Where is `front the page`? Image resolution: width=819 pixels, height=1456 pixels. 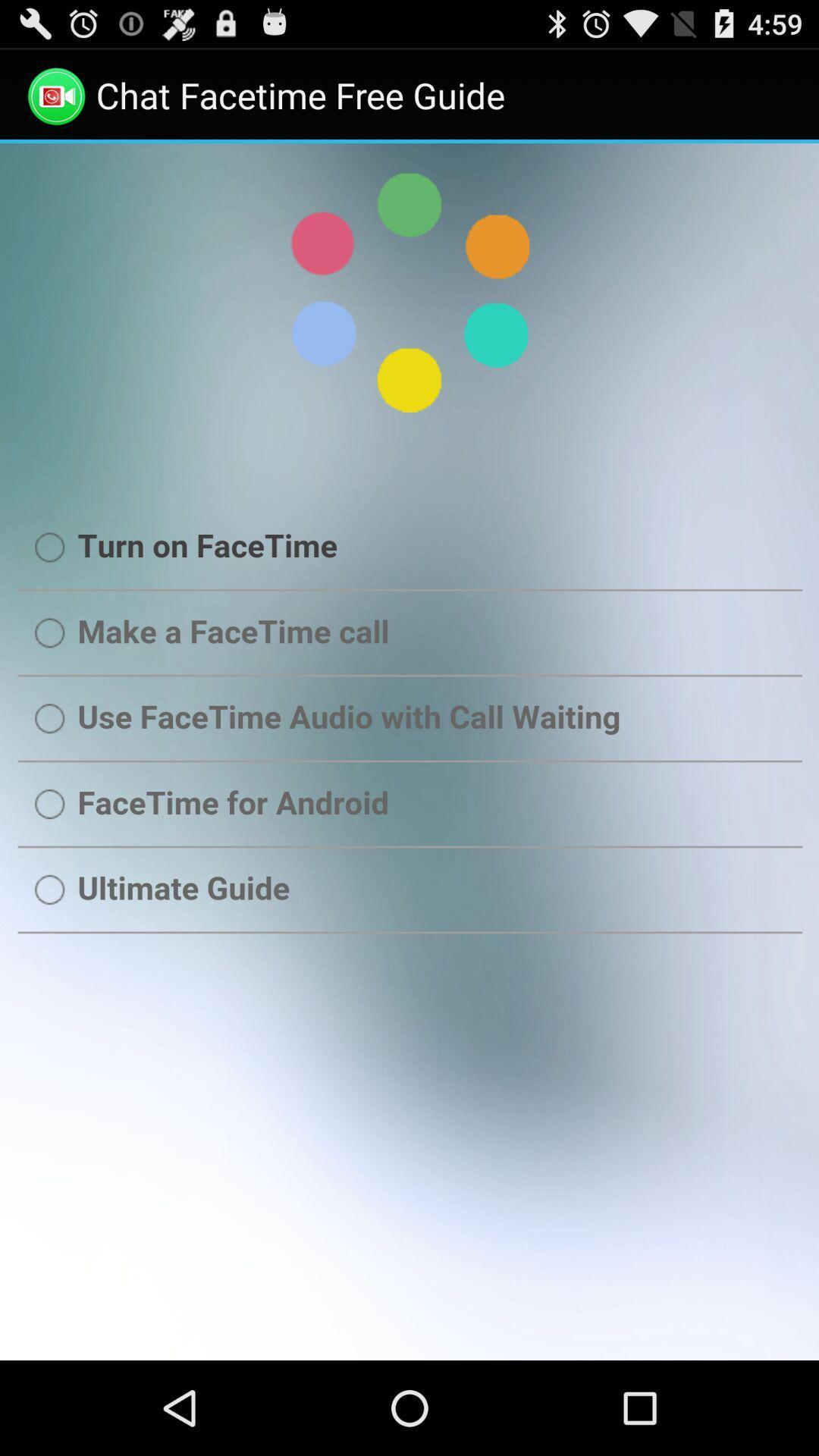
front the page is located at coordinates (409, 752).